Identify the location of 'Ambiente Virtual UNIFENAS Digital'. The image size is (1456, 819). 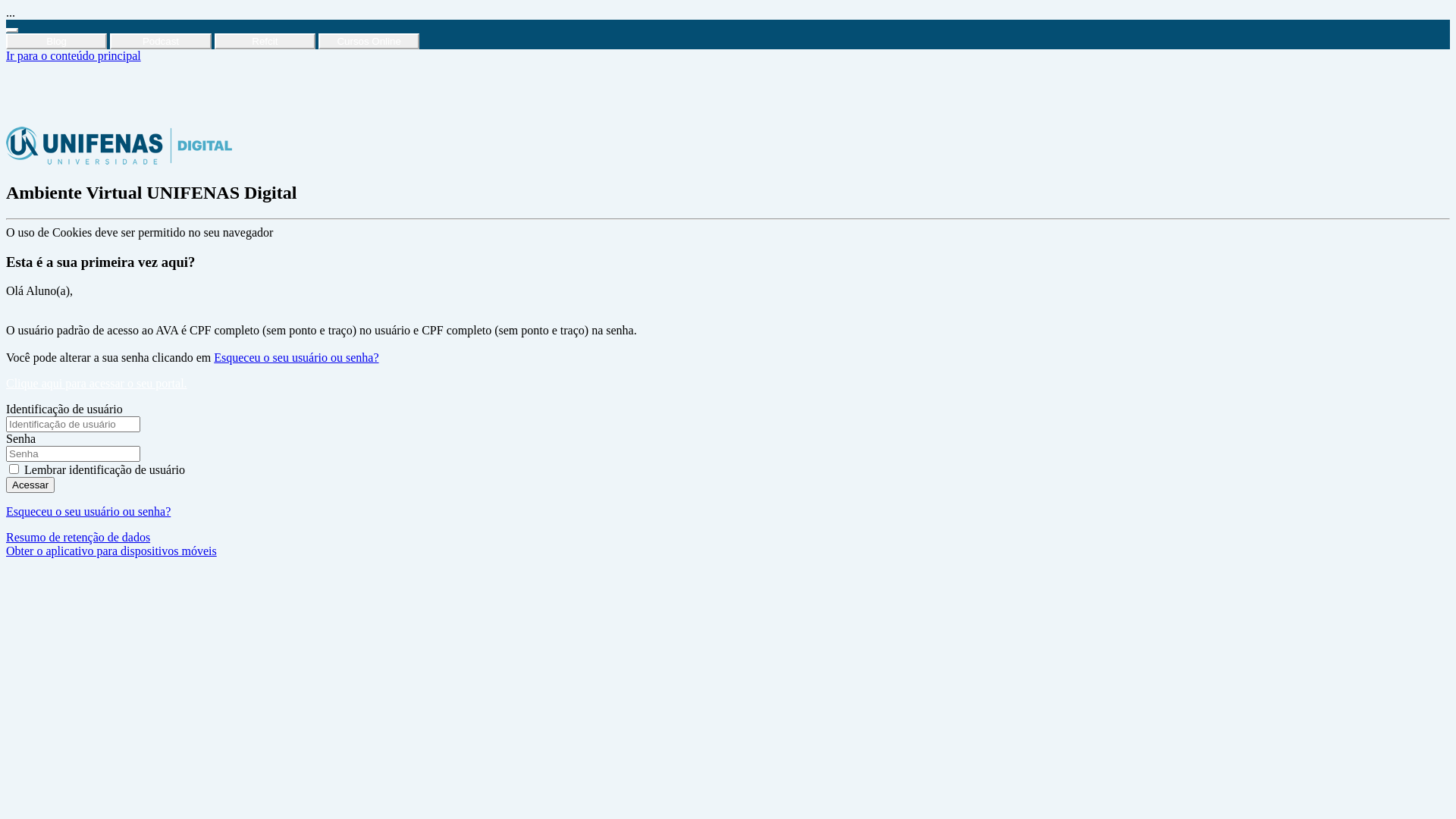
(118, 146).